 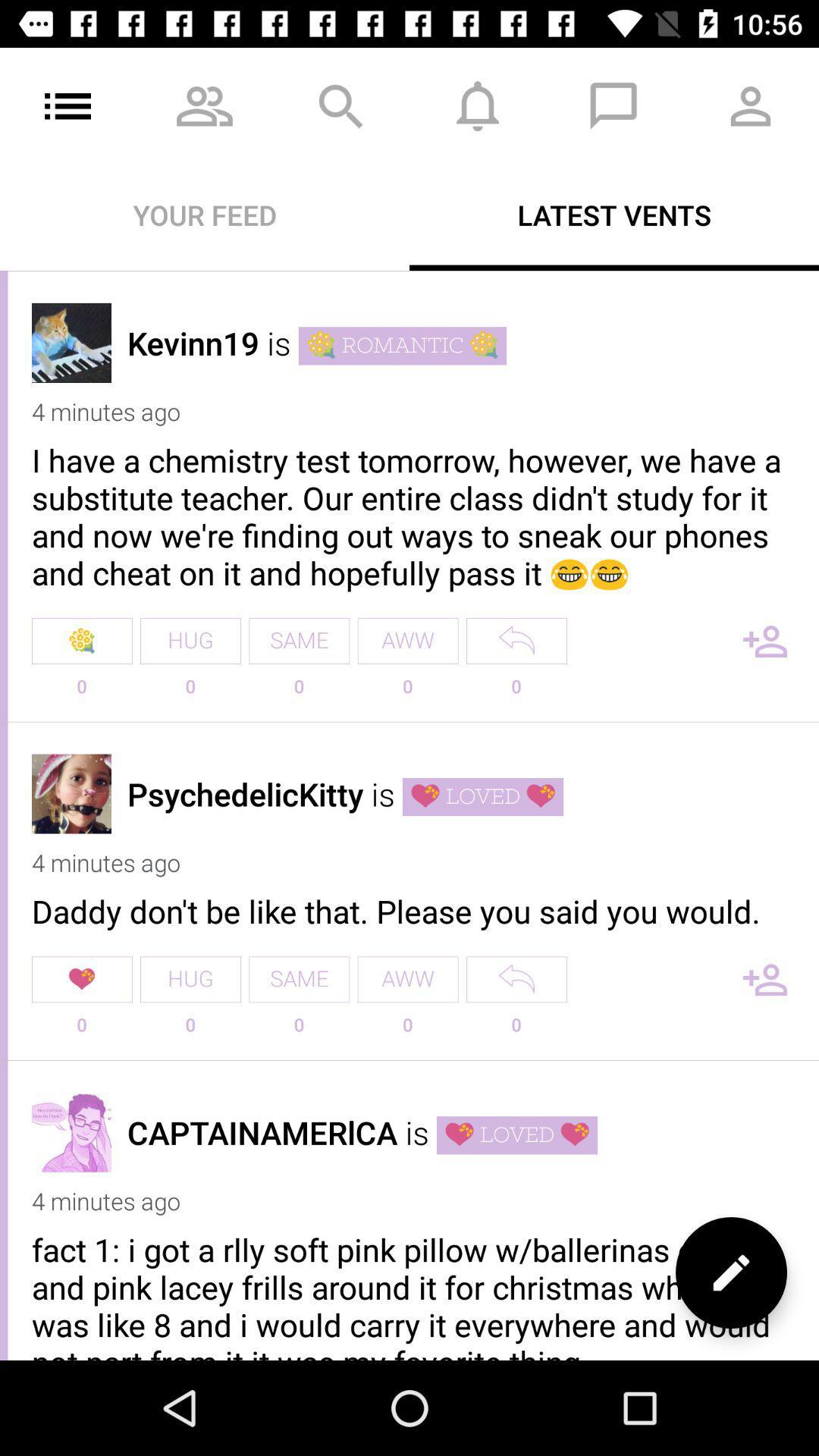 What do you see at coordinates (730, 1272) in the screenshot?
I see `compose message` at bounding box center [730, 1272].